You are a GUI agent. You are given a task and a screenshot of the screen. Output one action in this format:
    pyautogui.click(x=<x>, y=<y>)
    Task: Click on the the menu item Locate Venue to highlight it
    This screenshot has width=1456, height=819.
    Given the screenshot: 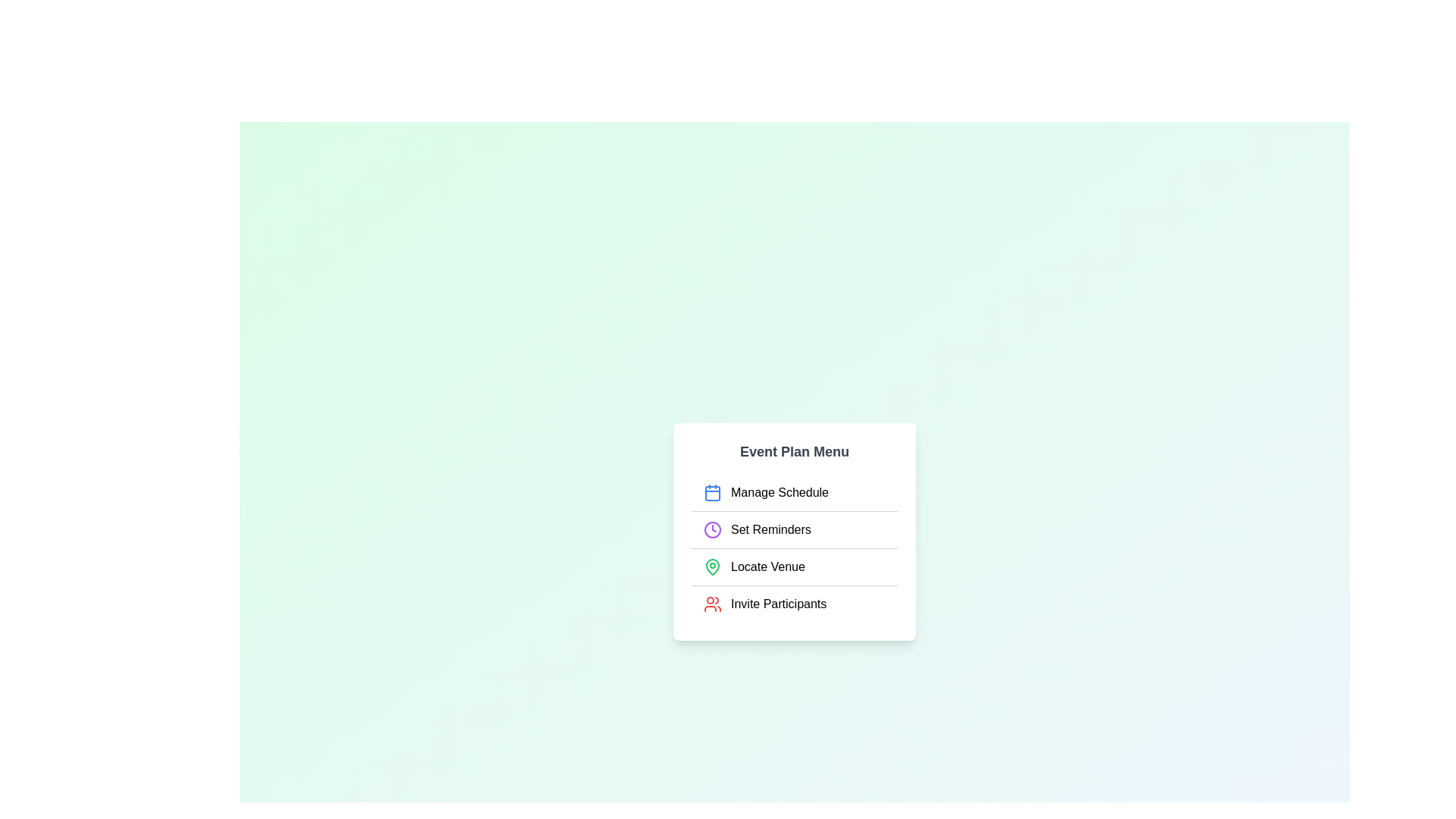 What is the action you would take?
    pyautogui.click(x=793, y=566)
    